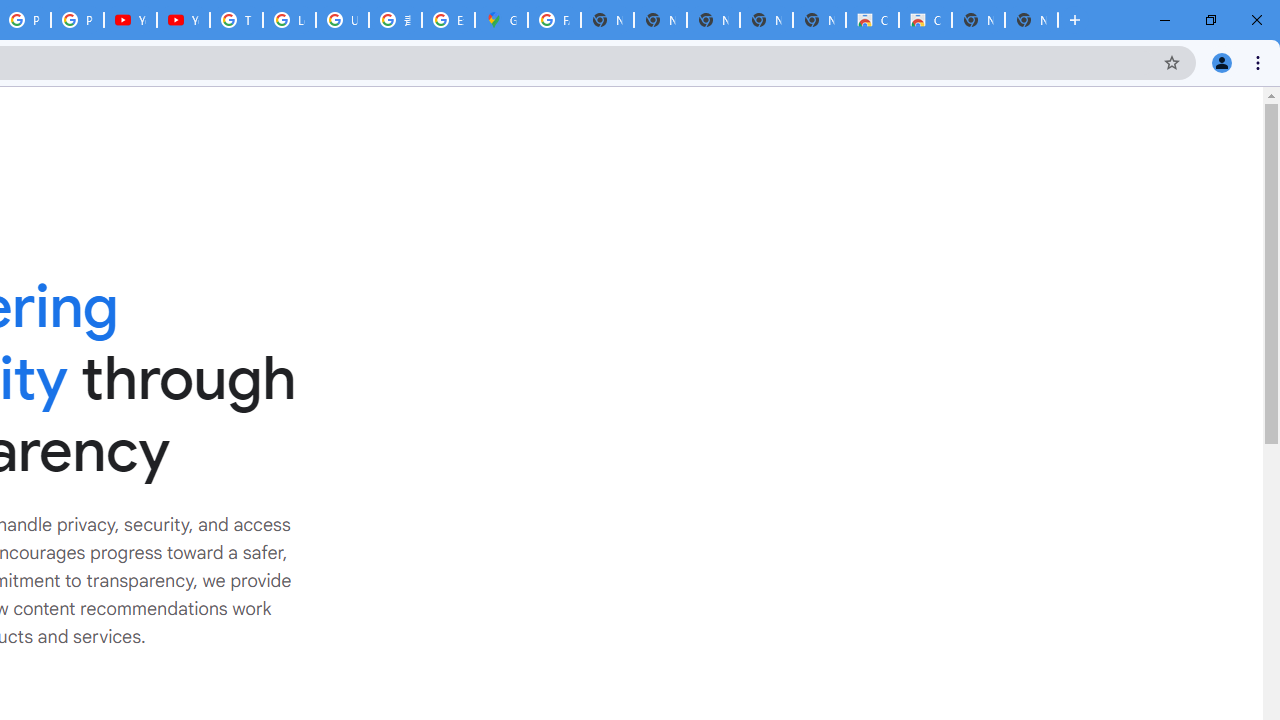 The height and width of the screenshot is (720, 1280). Describe the element at coordinates (447, 20) in the screenshot. I see `'Explore new street-level details - Google Maps Help'` at that location.